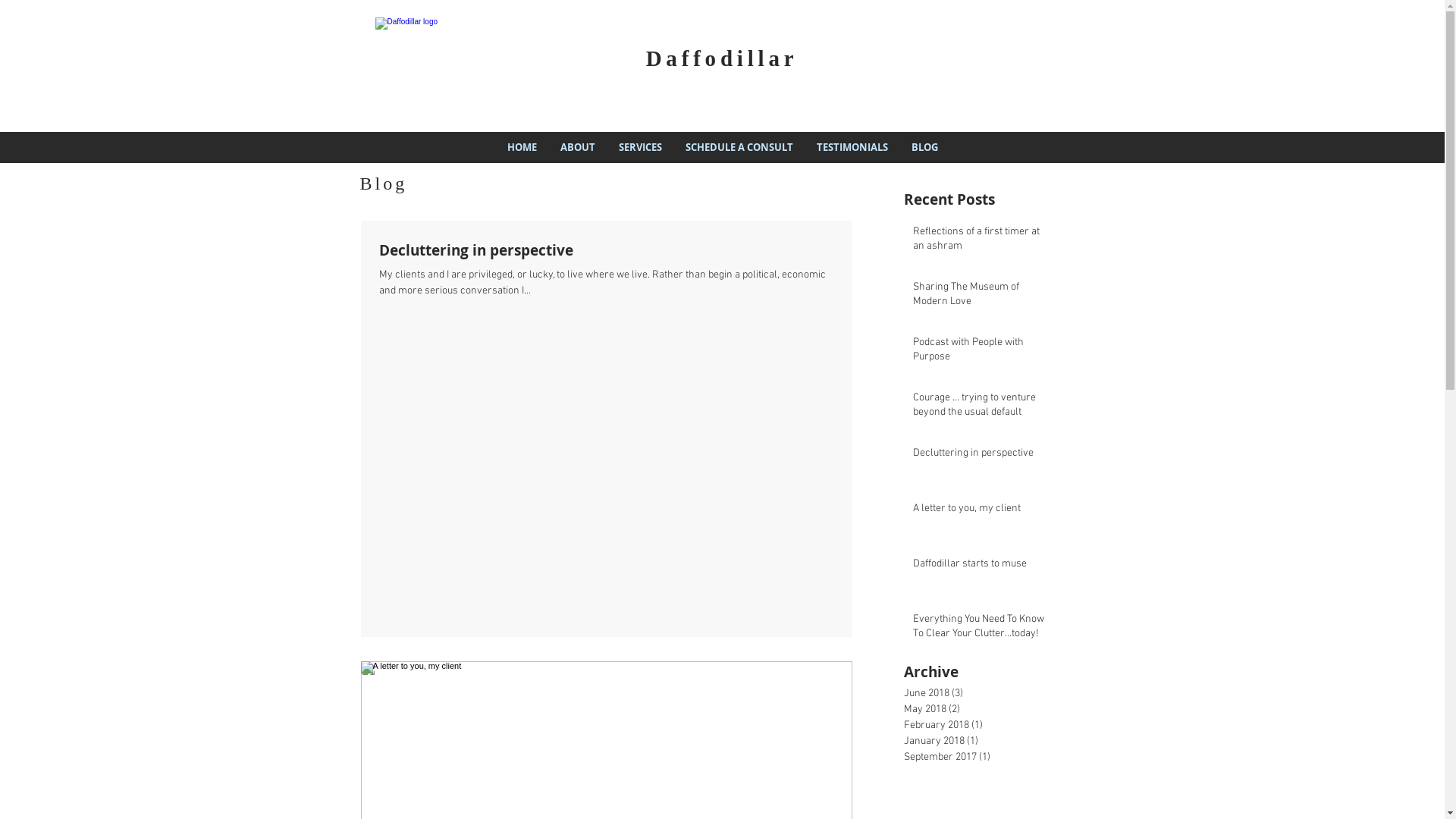 The image size is (1456, 819). Describe the element at coordinates (903, 724) in the screenshot. I see `'February 2018 (1)'` at that location.